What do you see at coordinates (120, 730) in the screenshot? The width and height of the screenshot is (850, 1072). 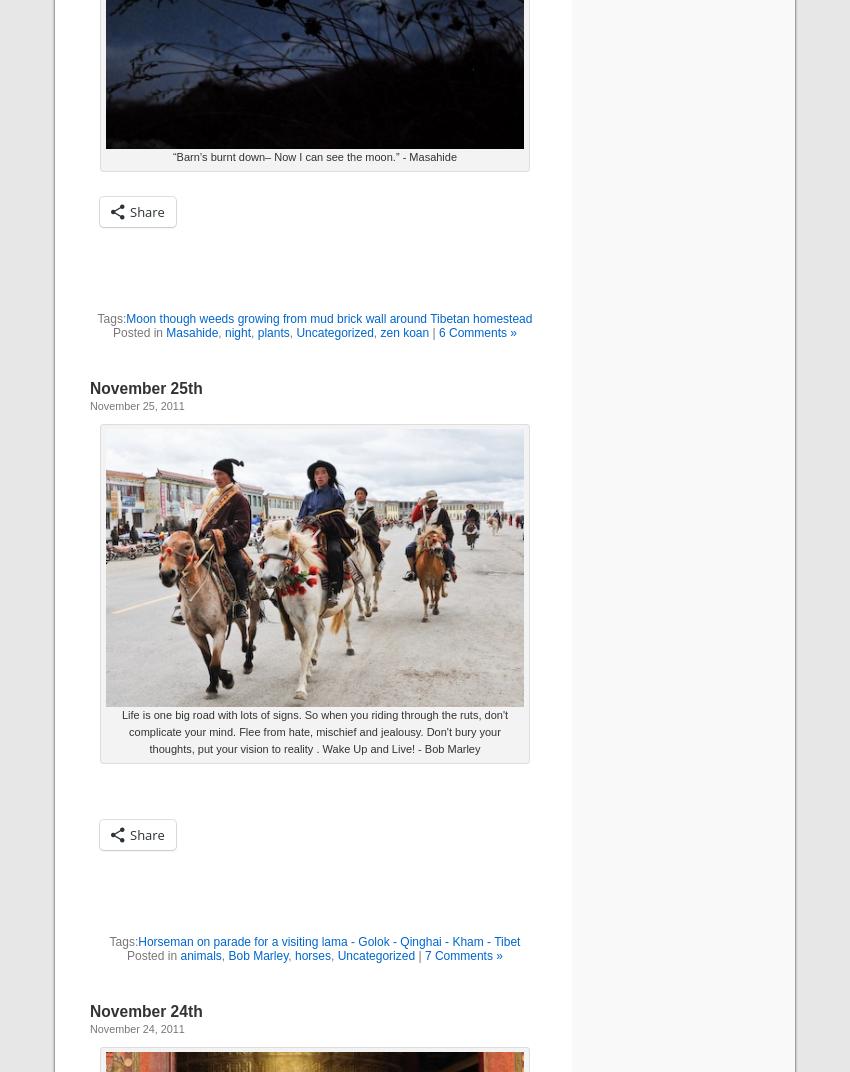 I see `'Life is one big road with lots of signs. So when you riding through the ruts, don't complicate your mind. Flee from hate, mischief and jealousy. Don't bury your thoughts, put your vision to reality . Wake Up and Live! - Bob Marley'` at bounding box center [120, 730].